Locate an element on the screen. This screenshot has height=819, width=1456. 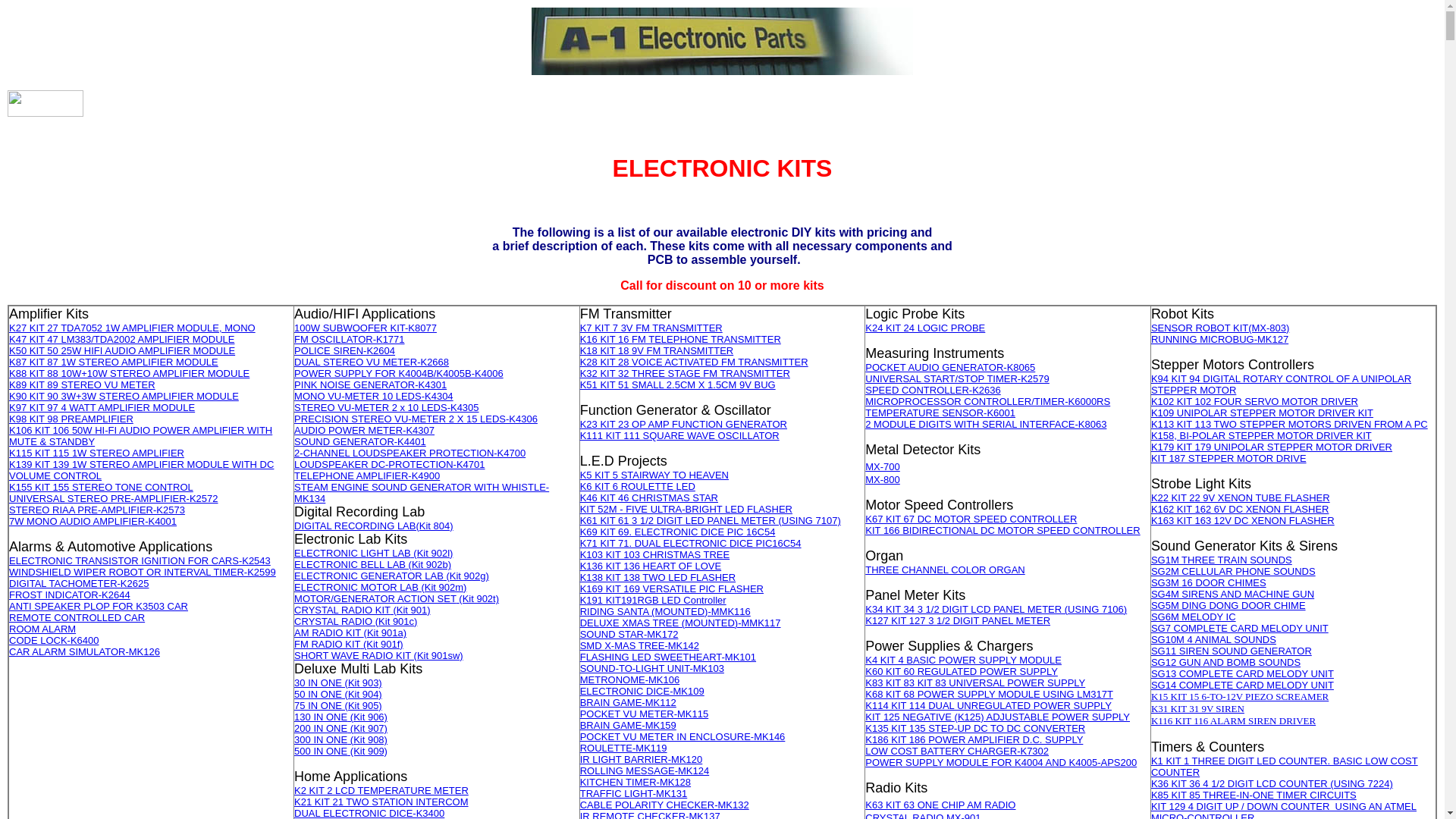
'K7 KIT 7 3V FM TRANSMITTER' is located at coordinates (651, 327).